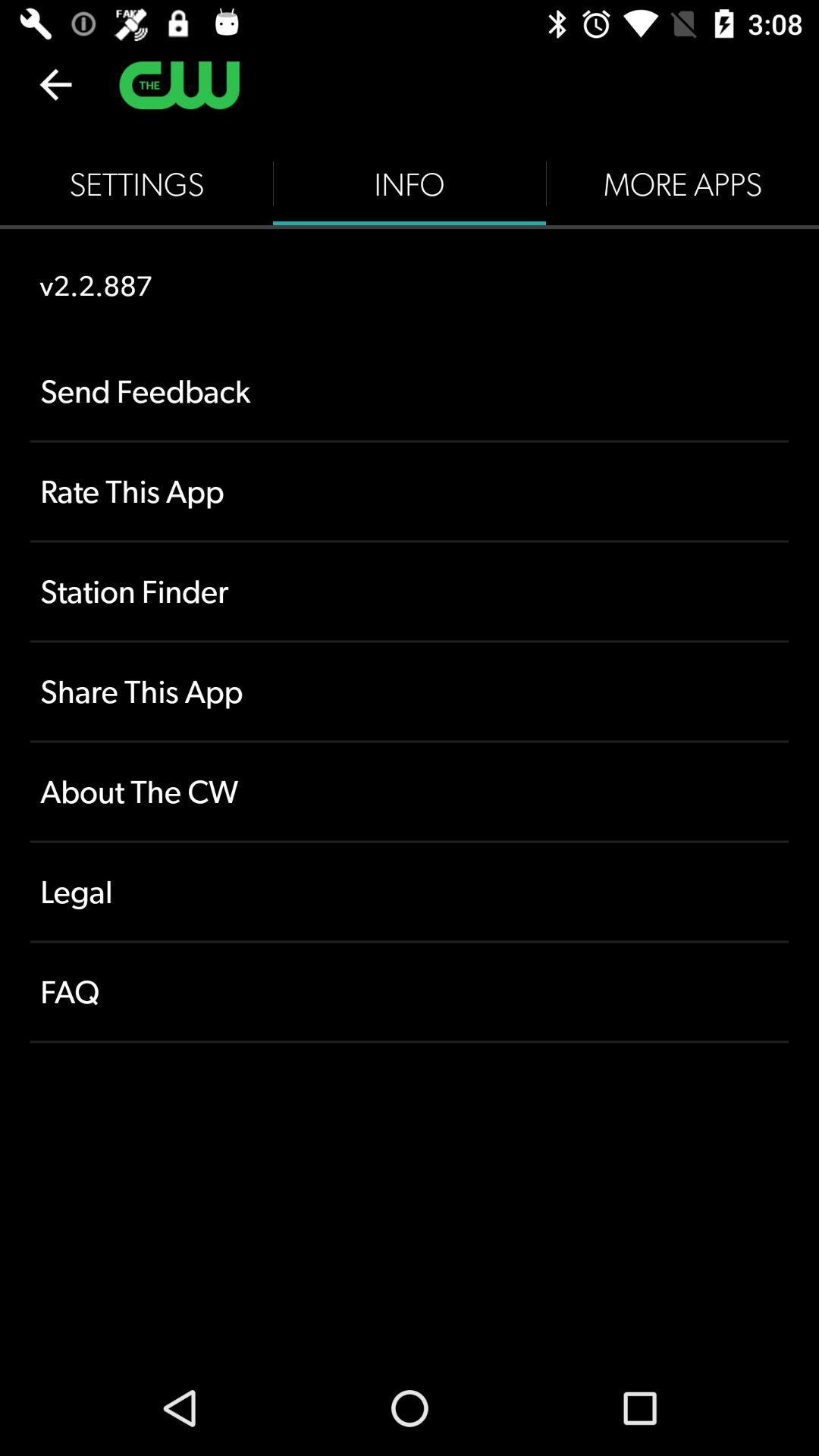  Describe the element at coordinates (681, 184) in the screenshot. I see `item at the top right corner` at that location.